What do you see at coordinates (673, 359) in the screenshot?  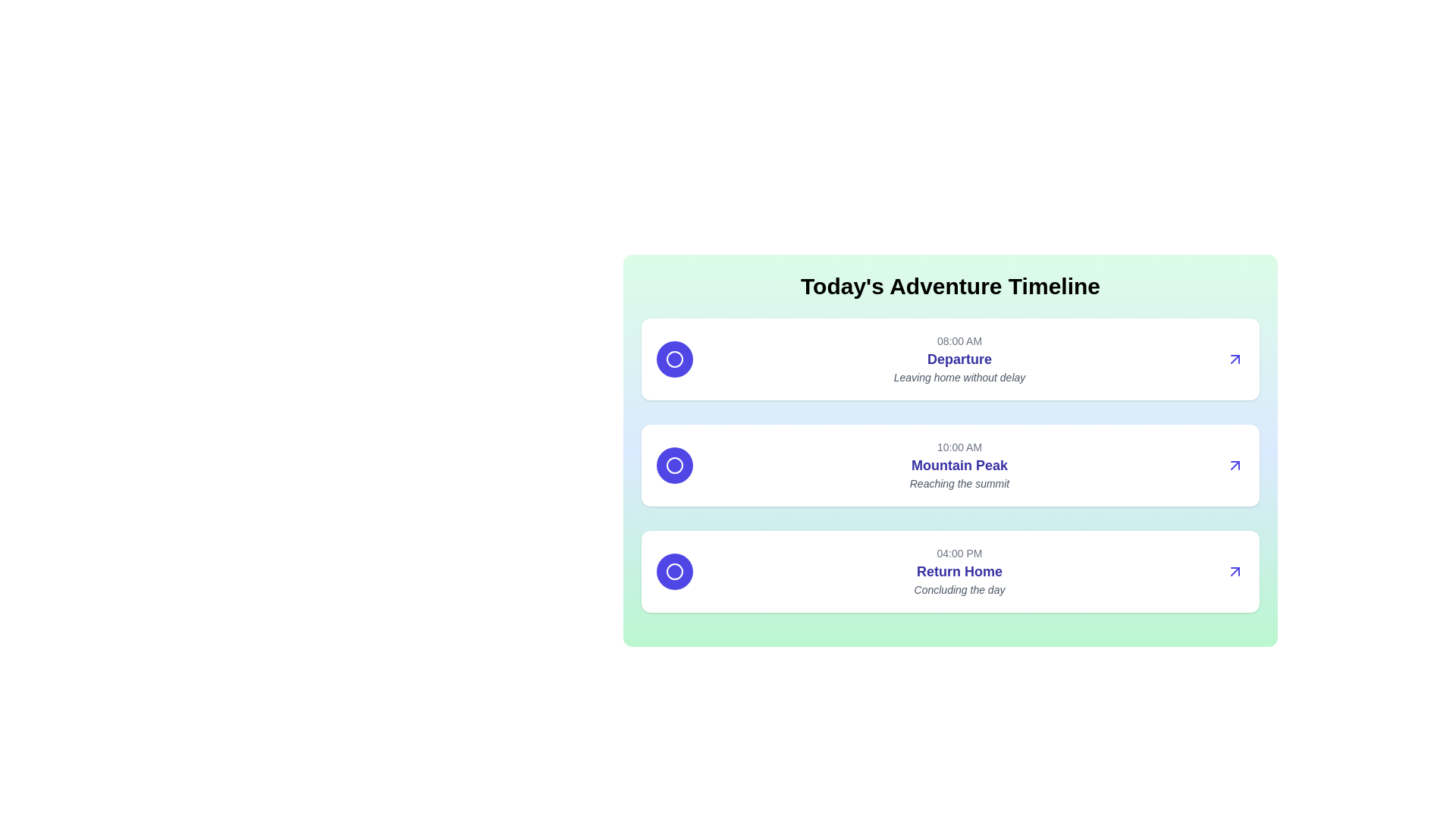 I see `the circular decorative icon that marks the timeline event for 'Departure', located to the left of the text '08:00 AM, Departure, Leaving home without delay'` at bounding box center [673, 359].